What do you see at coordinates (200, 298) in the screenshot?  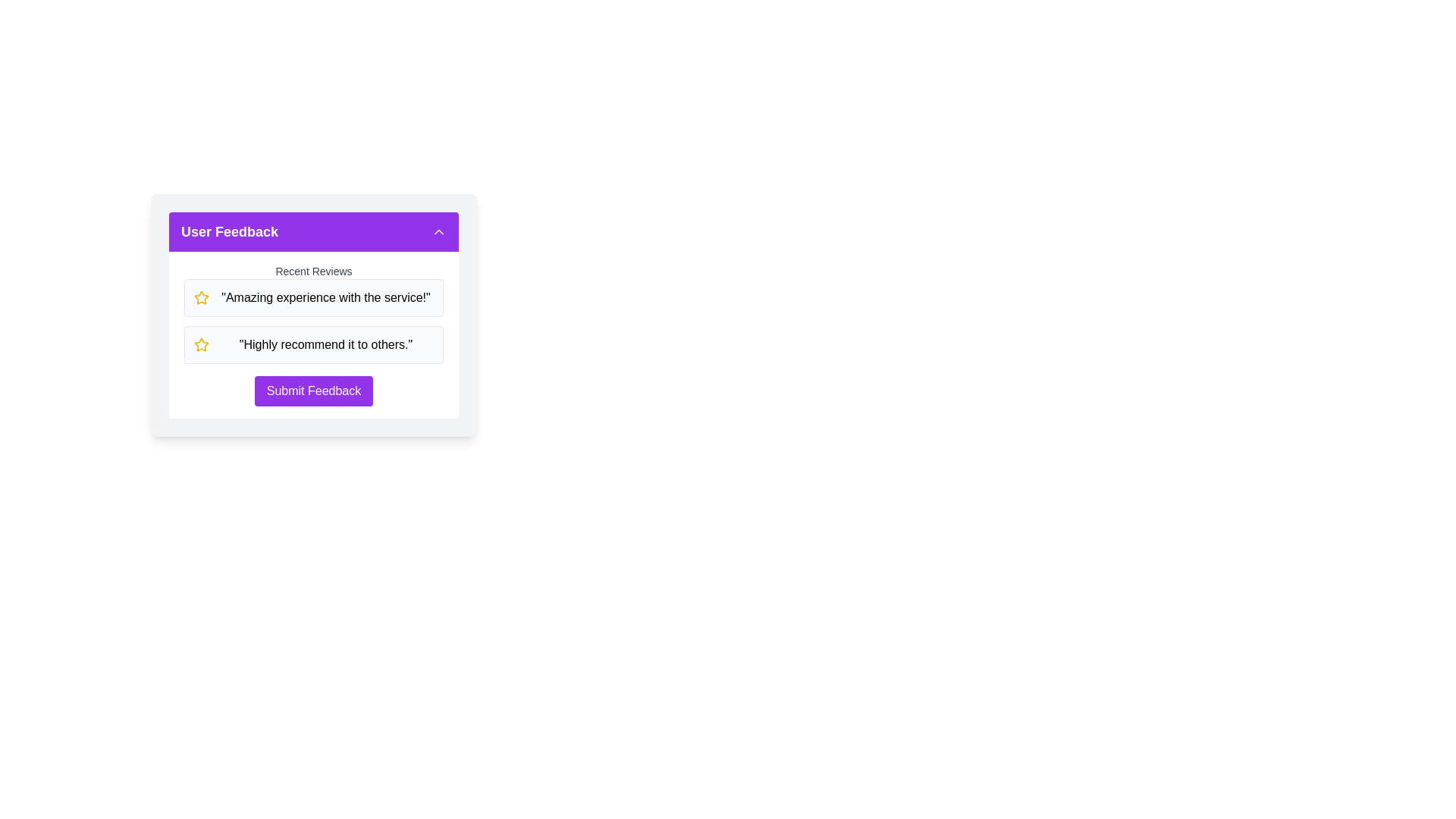 I see `the star icon representing the rating for the review 'Amazing experience with the service!', located in the first row of entries at the top of the review section` at bounding box center [200, 298].